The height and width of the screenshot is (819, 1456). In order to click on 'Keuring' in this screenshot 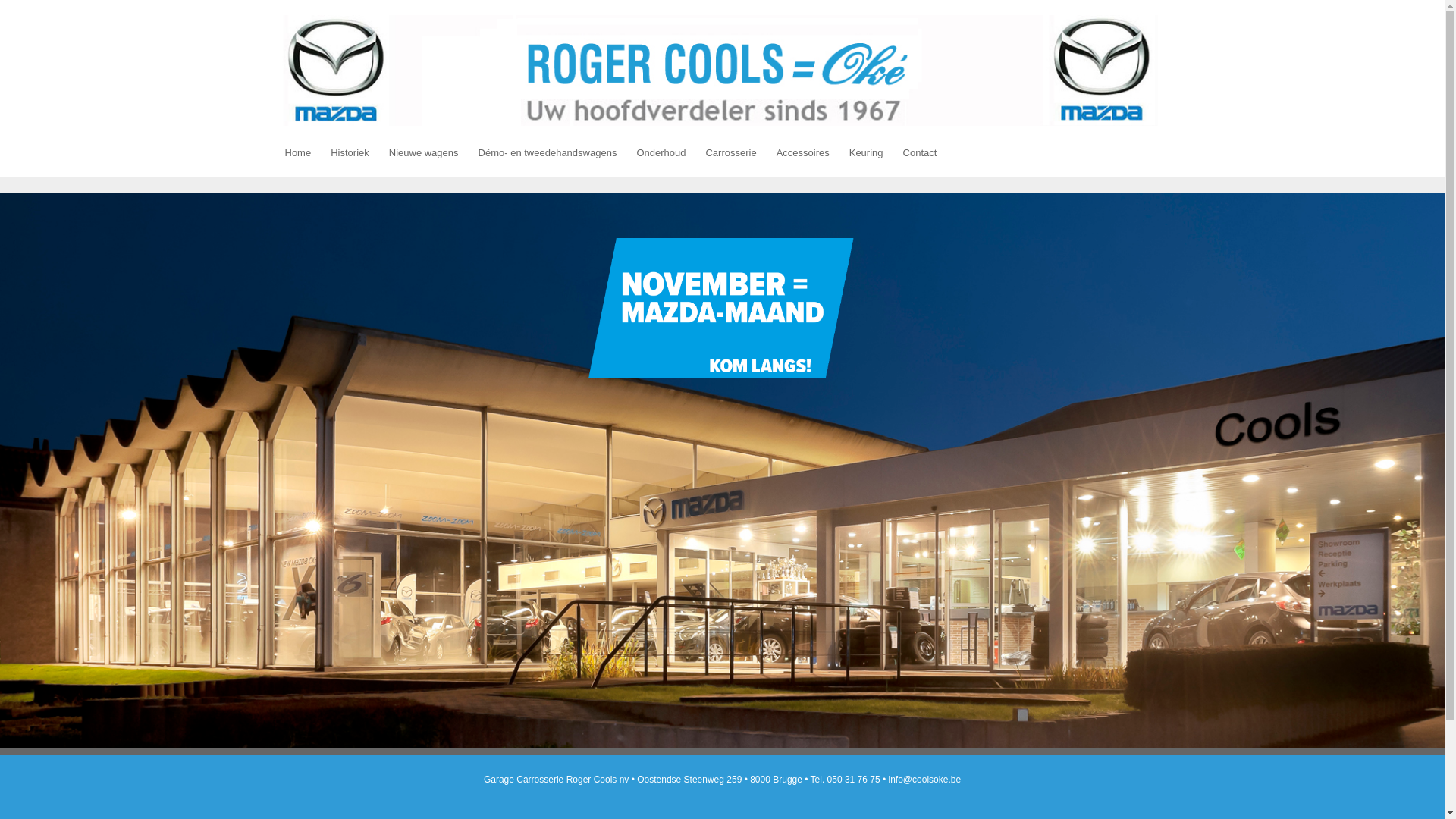, I will do `click(866, 153)`.